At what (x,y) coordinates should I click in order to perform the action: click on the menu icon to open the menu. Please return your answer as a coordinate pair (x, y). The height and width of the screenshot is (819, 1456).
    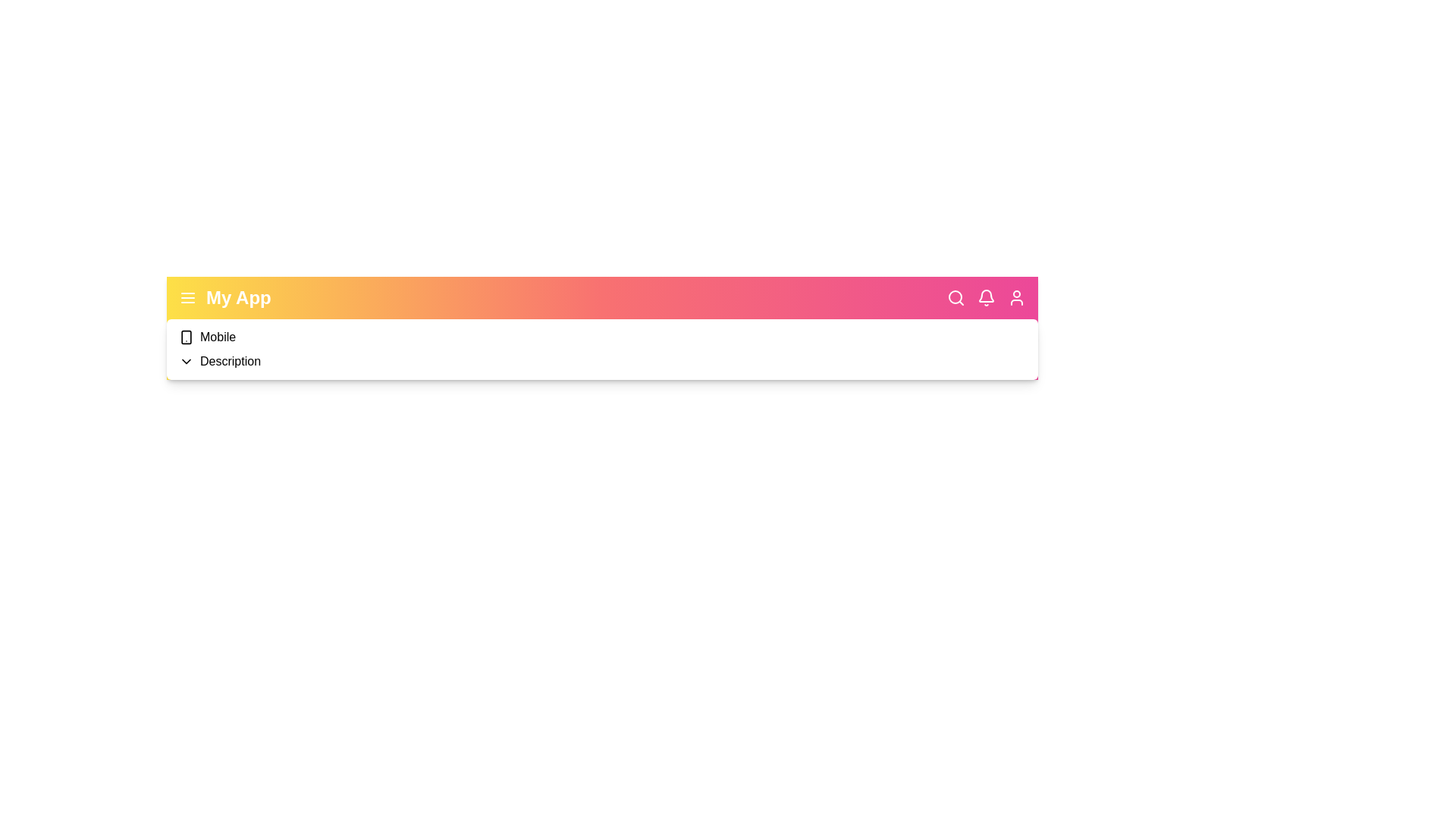
    Looking at the image, I should click on (187, 298).